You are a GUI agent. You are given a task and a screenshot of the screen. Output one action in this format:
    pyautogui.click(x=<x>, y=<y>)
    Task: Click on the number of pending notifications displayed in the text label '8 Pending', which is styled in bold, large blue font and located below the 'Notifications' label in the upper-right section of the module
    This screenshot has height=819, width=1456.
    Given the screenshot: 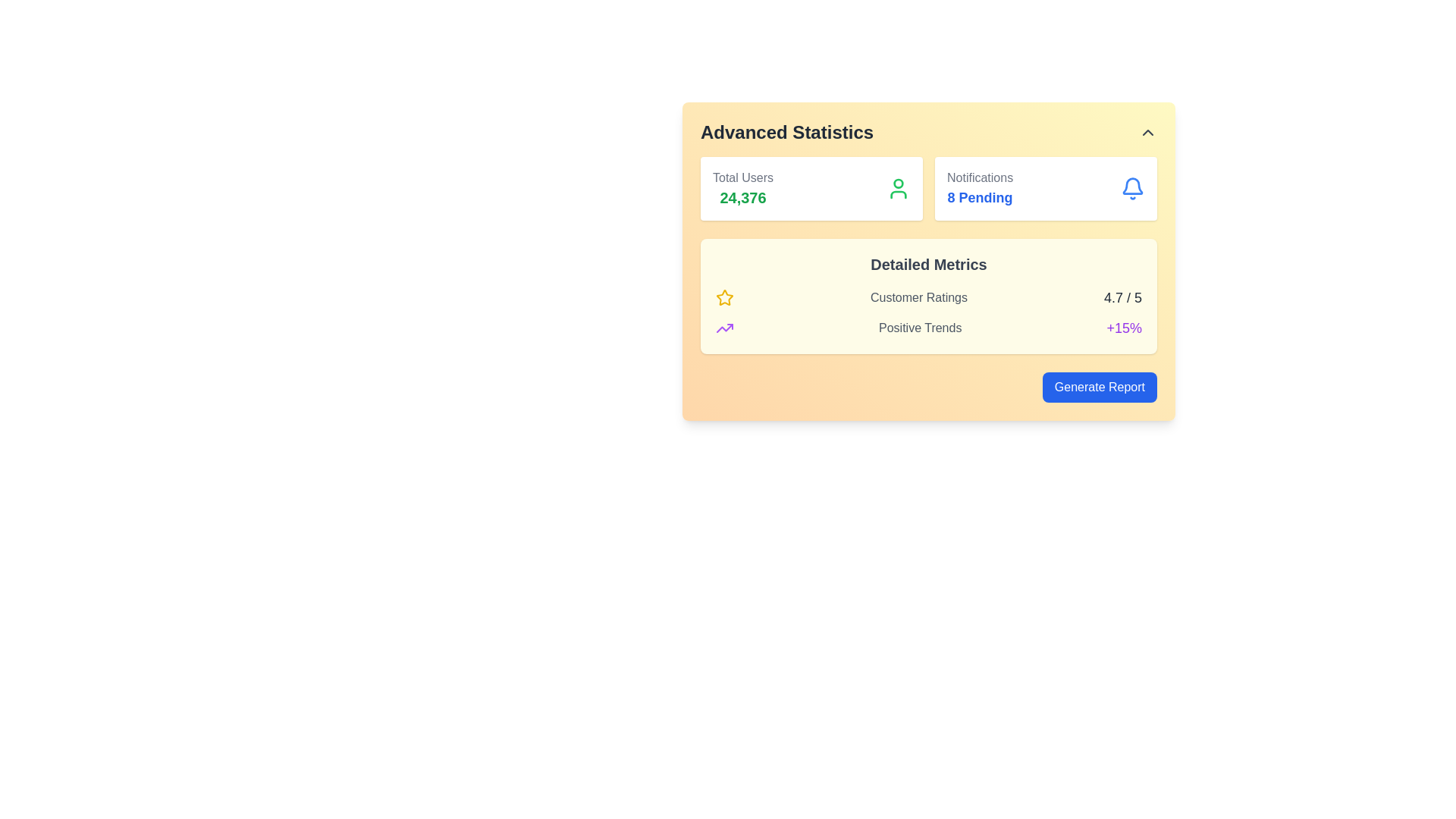 What is the action you would take?
    pyautogui.click(x=980, y=197)
    